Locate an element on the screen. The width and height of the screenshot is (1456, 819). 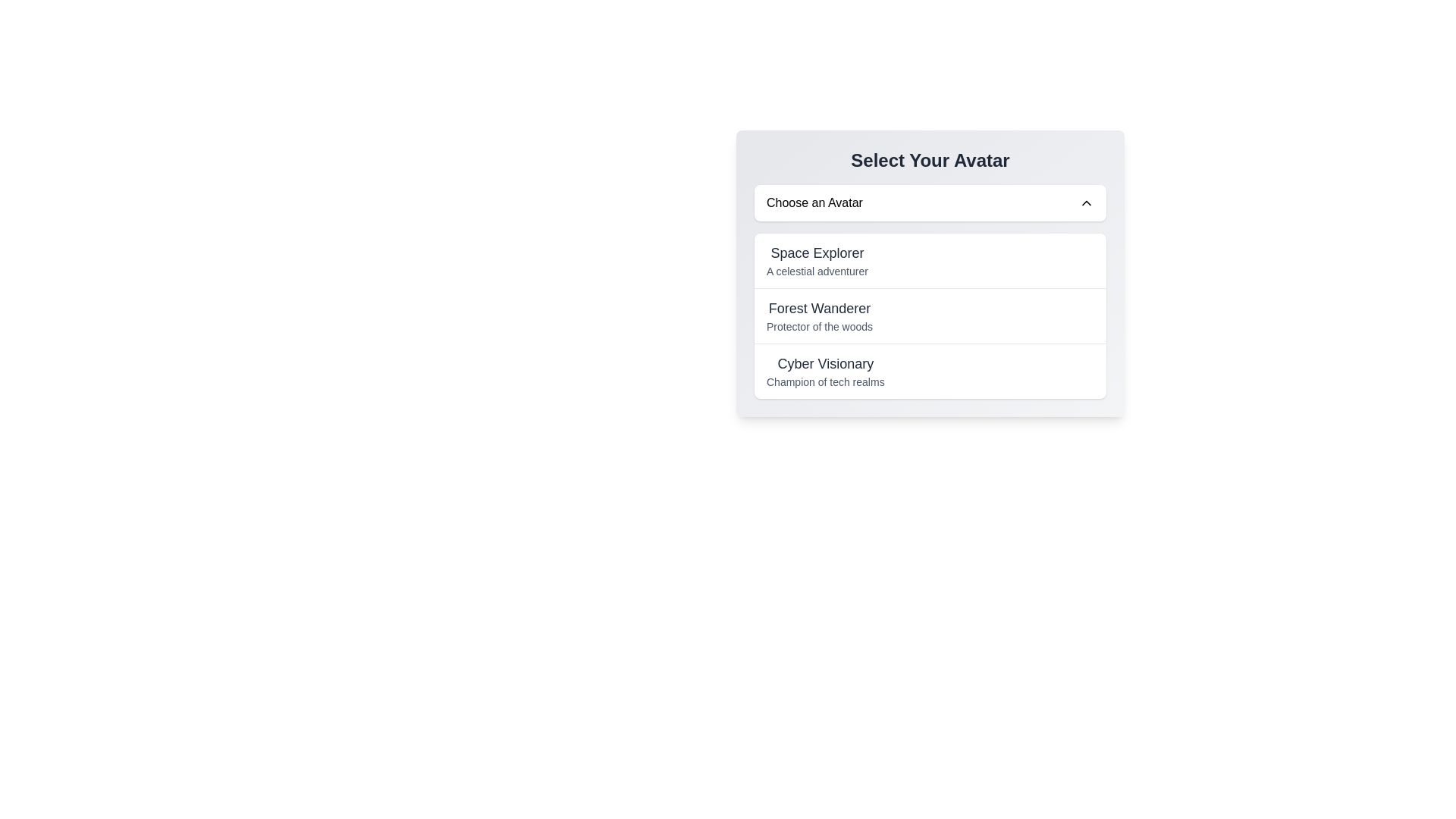
the text label reading 'Protector of the woods', which is styled in a small, gray-colored font and located directly under the 'Forest Wanderer' text in the avatar selection interface is located at coordinates (818, 326).